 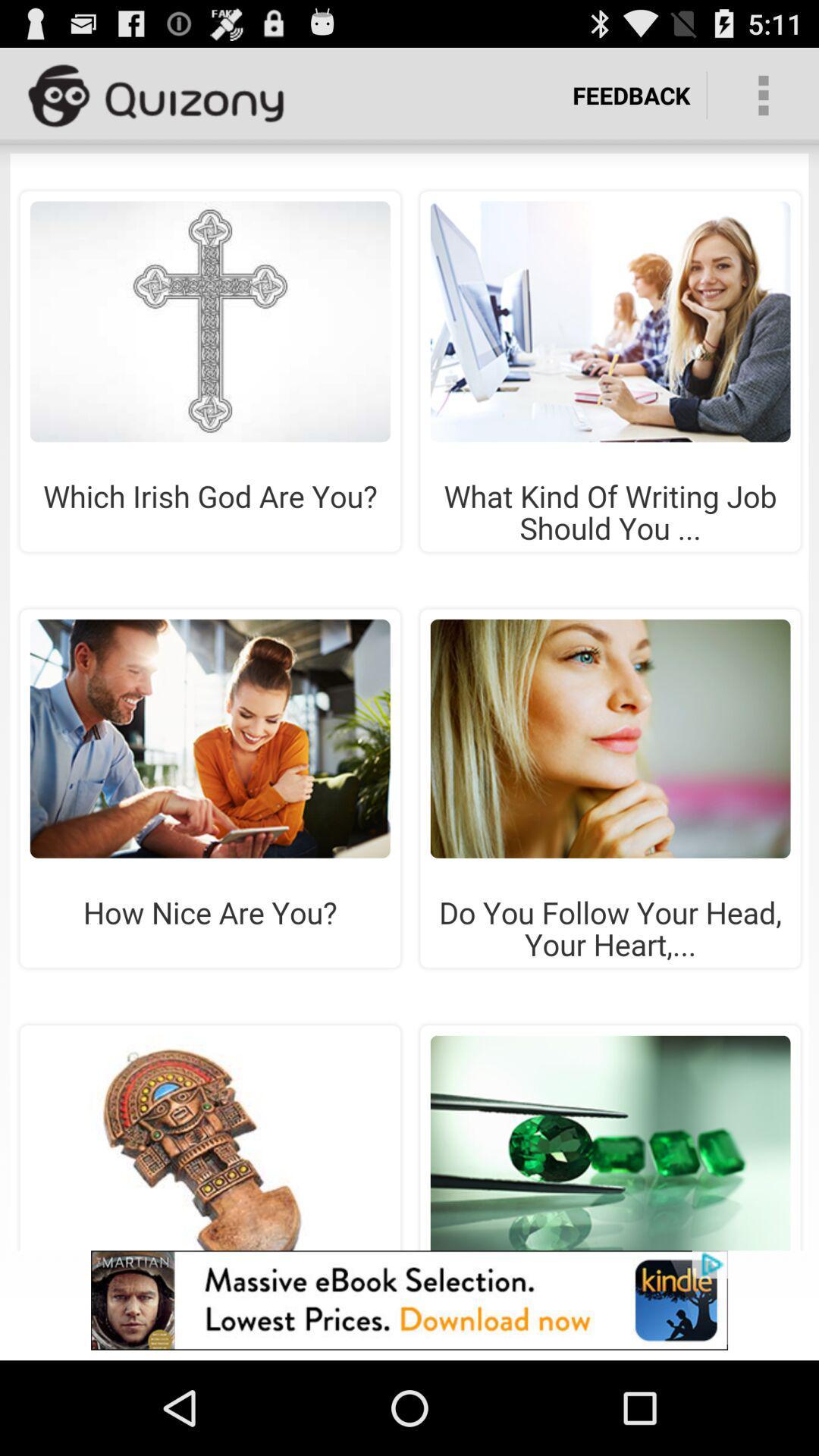 What do you see at coordinates (409, 701) in the screenshot?
I see `the add` at bounding box center [409, 701].